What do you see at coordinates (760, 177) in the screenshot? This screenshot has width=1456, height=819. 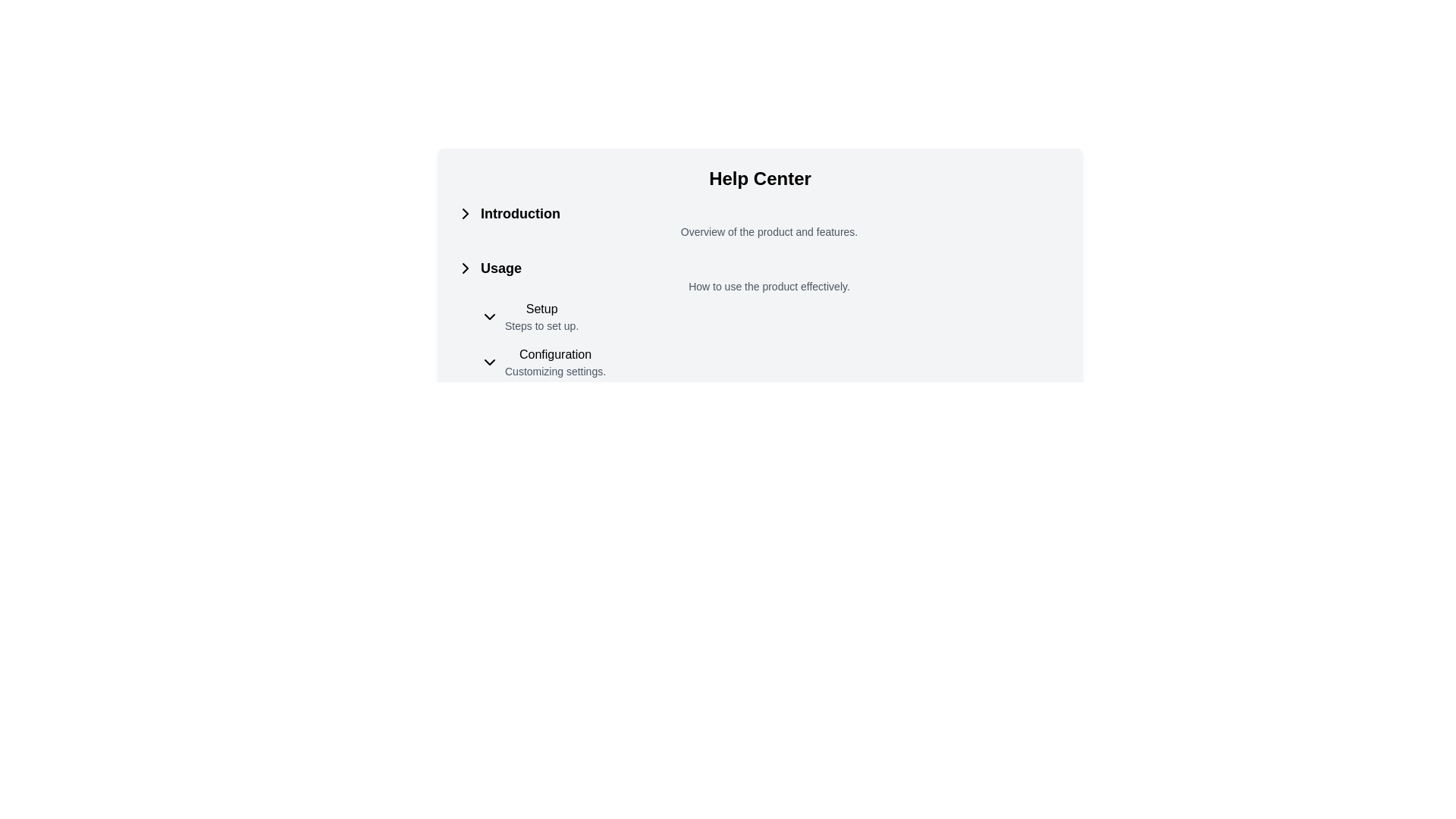 I see `'Help Center' header text, which is a bold and prominent element styled in large font size at the top of the section` at bounding box center [760, 177].